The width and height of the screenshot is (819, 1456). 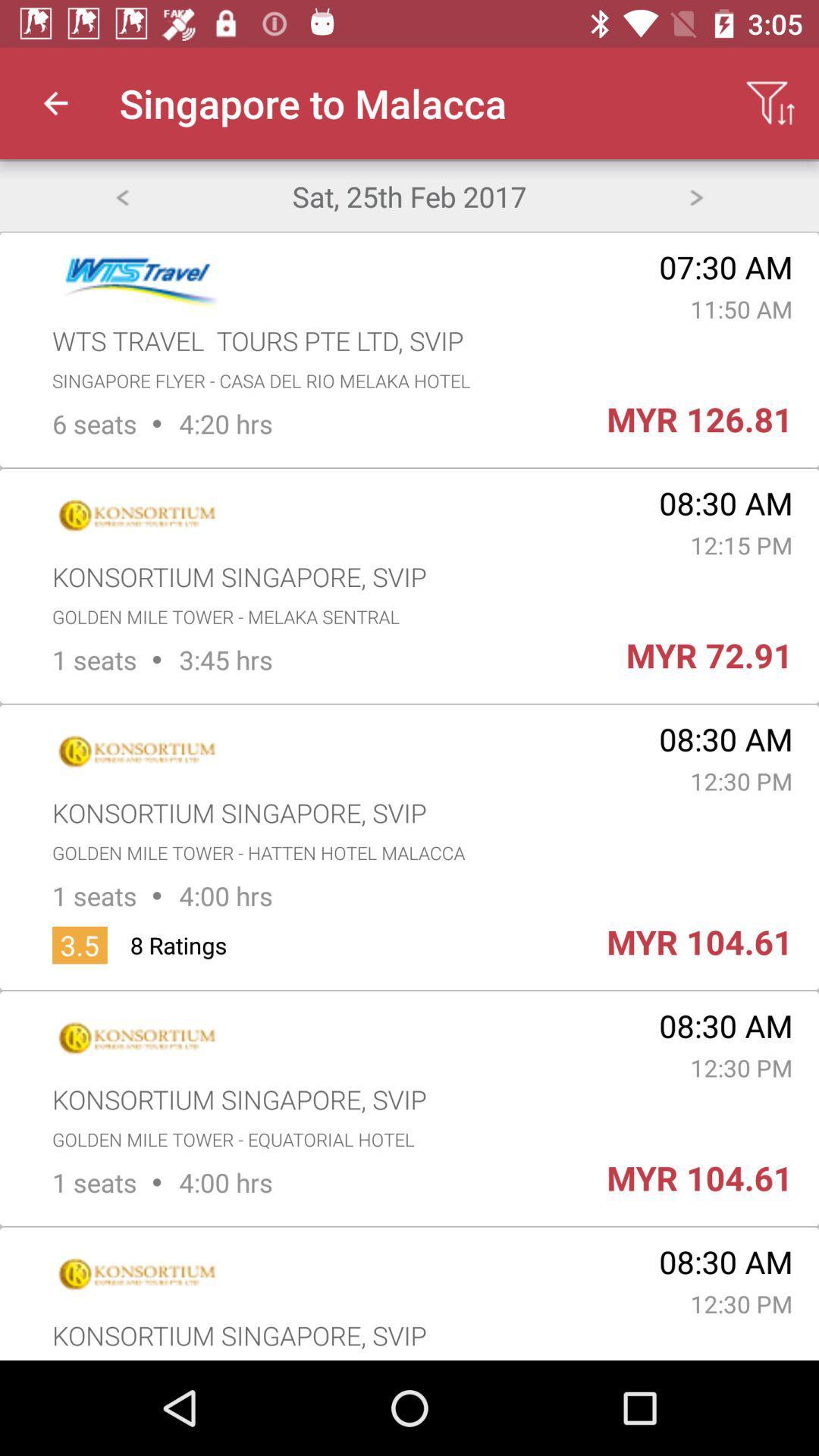 What do you see at coordinates (121, 195) in the screenshot?
I see `back button` at bounding box center [121, 195].